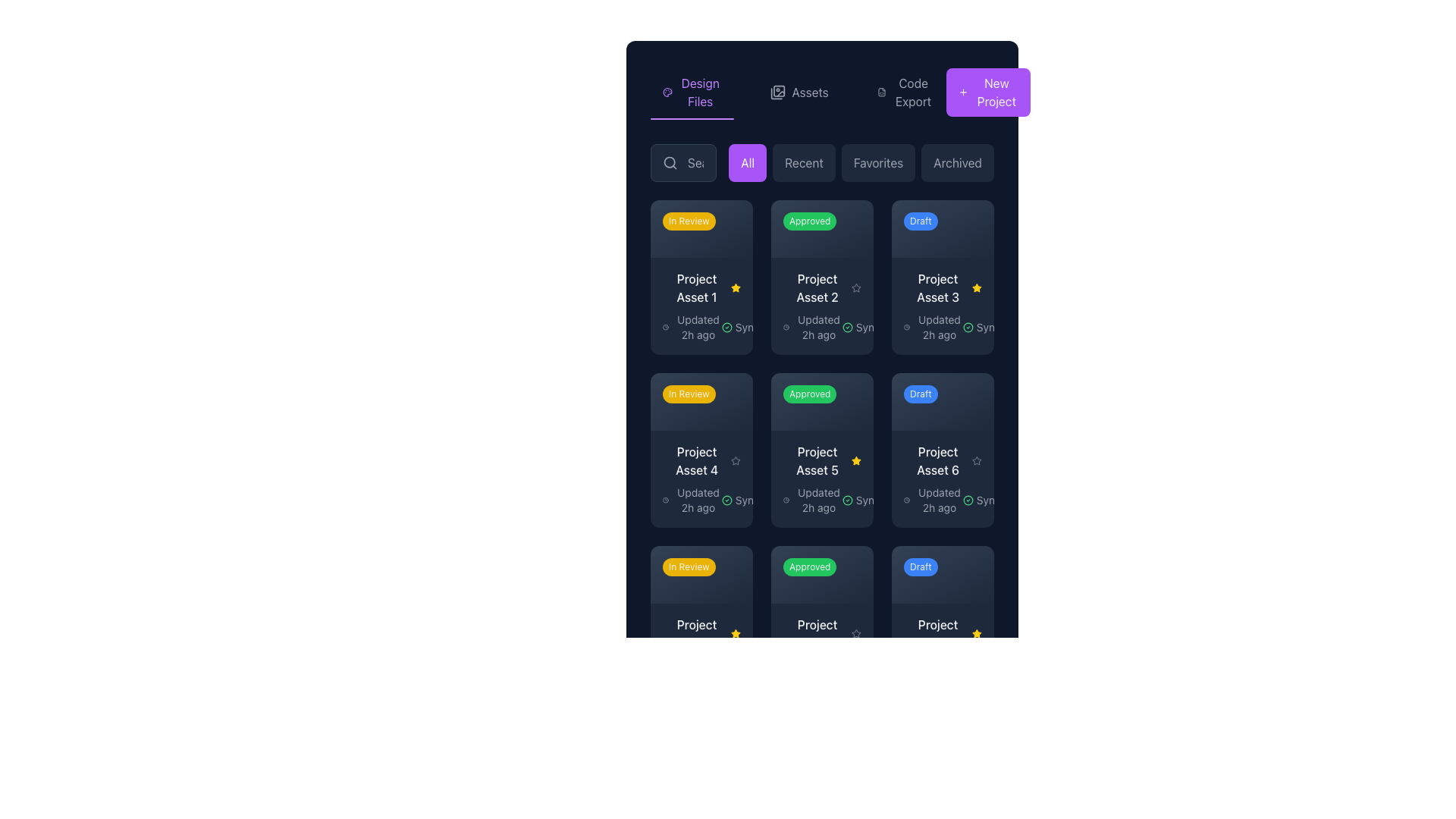  What do you see at coordinates (867, 500) in the screenshot?
I see `the text label indicating the synchronization status of 'Project Asset 5', located at the bottom of the card in the status section of the second column, second row grid layout` at bounding box center [867, 500].